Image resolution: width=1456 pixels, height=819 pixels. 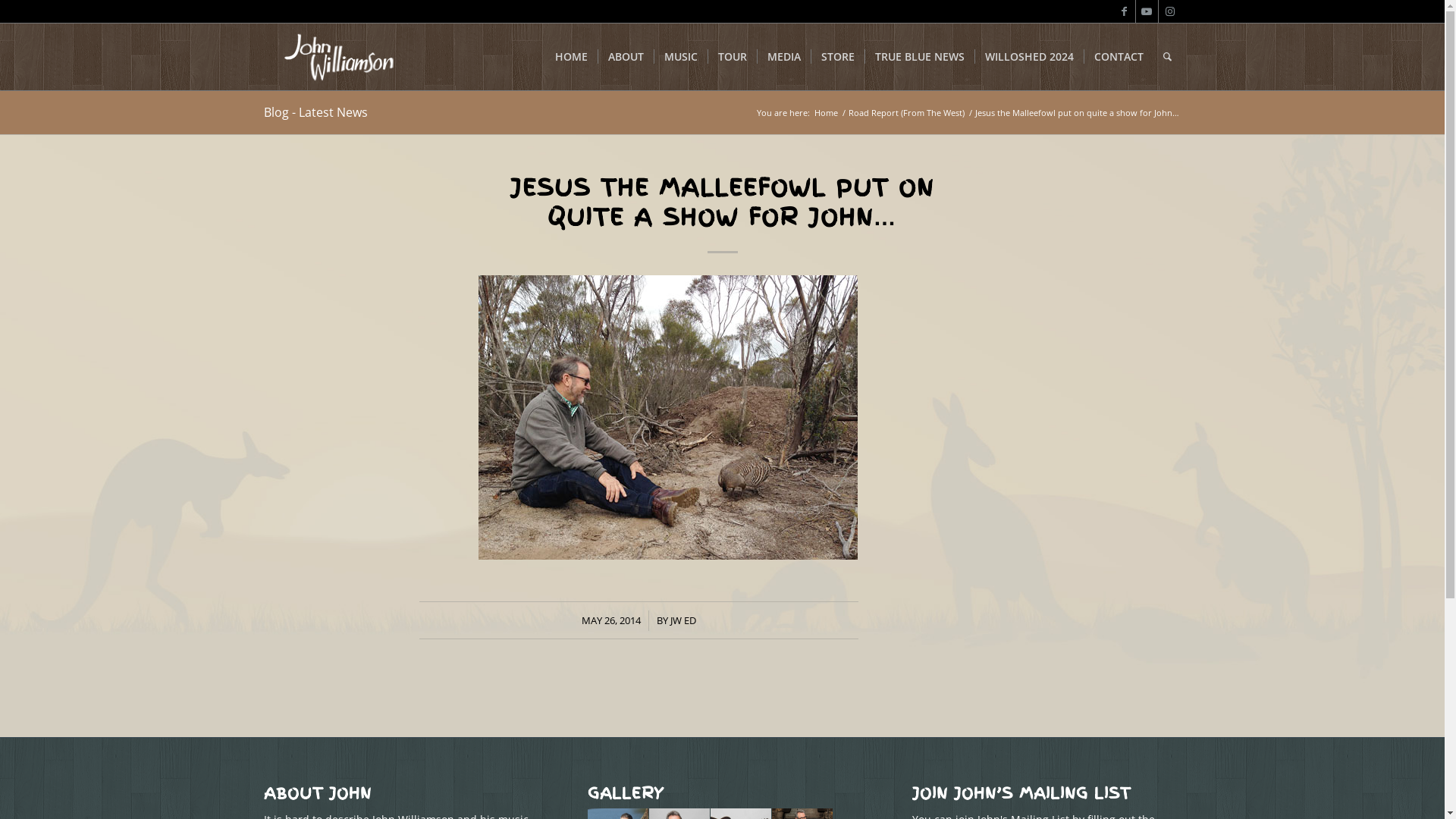 What do you see at coordinates (731, 55) in the screenshot?
I see `'TOUR'` at bounding box center [731, 55].